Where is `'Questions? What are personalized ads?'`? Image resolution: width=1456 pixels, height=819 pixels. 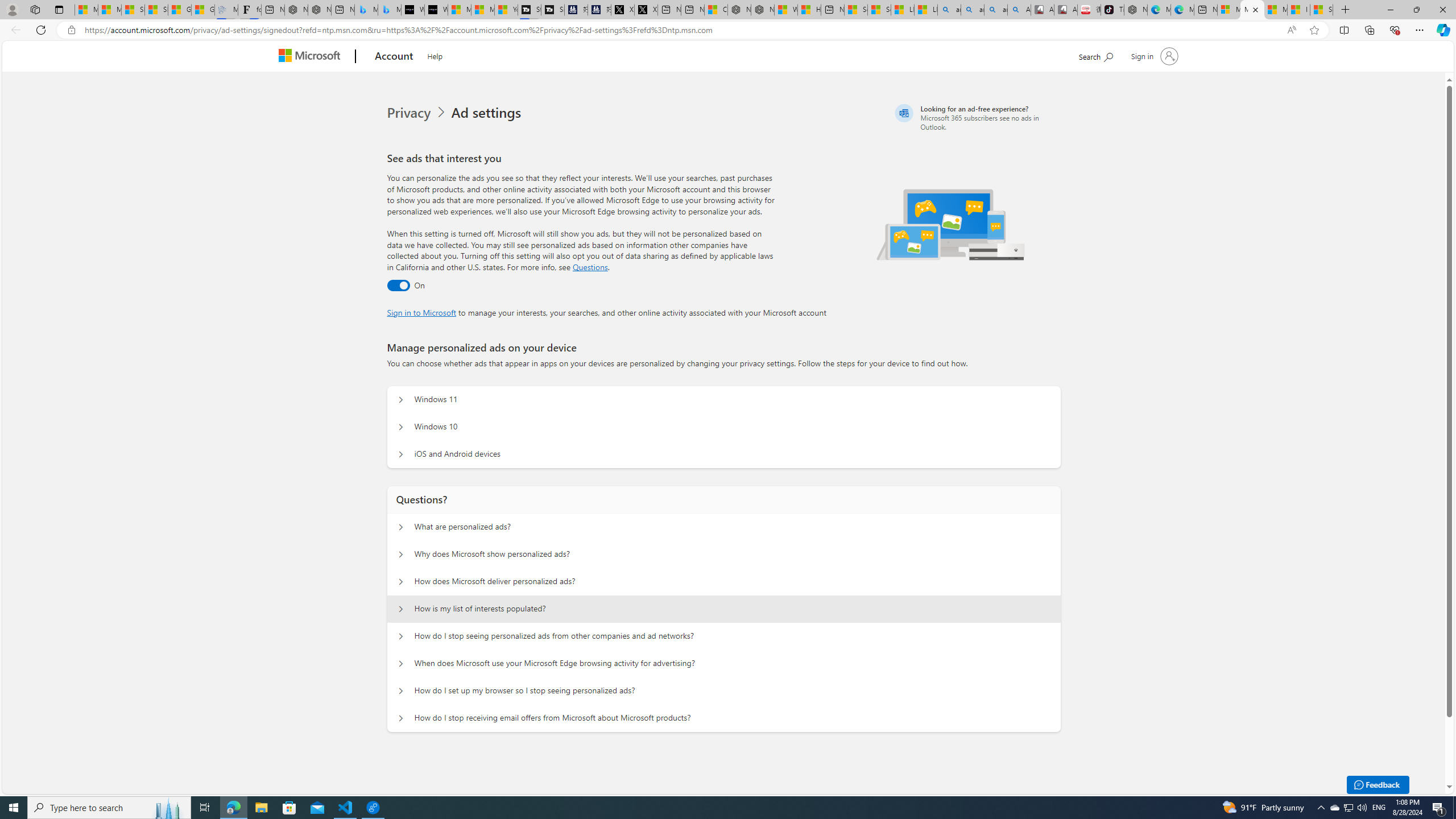 'Questions? What are personalized ads?' is located at coordinates (401, 527).